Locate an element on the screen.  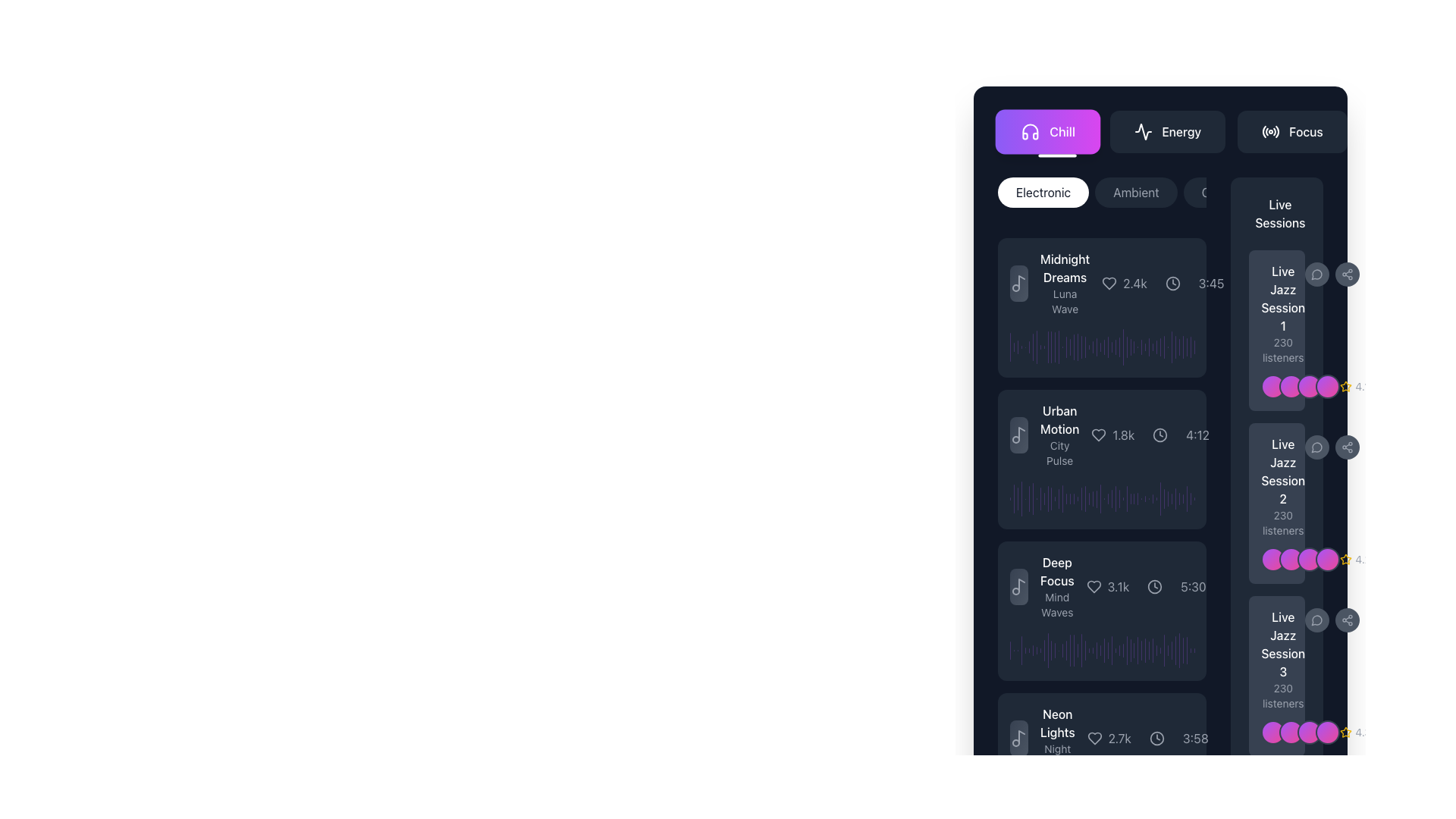
the music note icon associated with the track 'Urban Motion', which is located at the top left of the track card, adjacent to the 'Urban Motion' and 'City Pulse' text labels is located at coordinates (1019, 435).